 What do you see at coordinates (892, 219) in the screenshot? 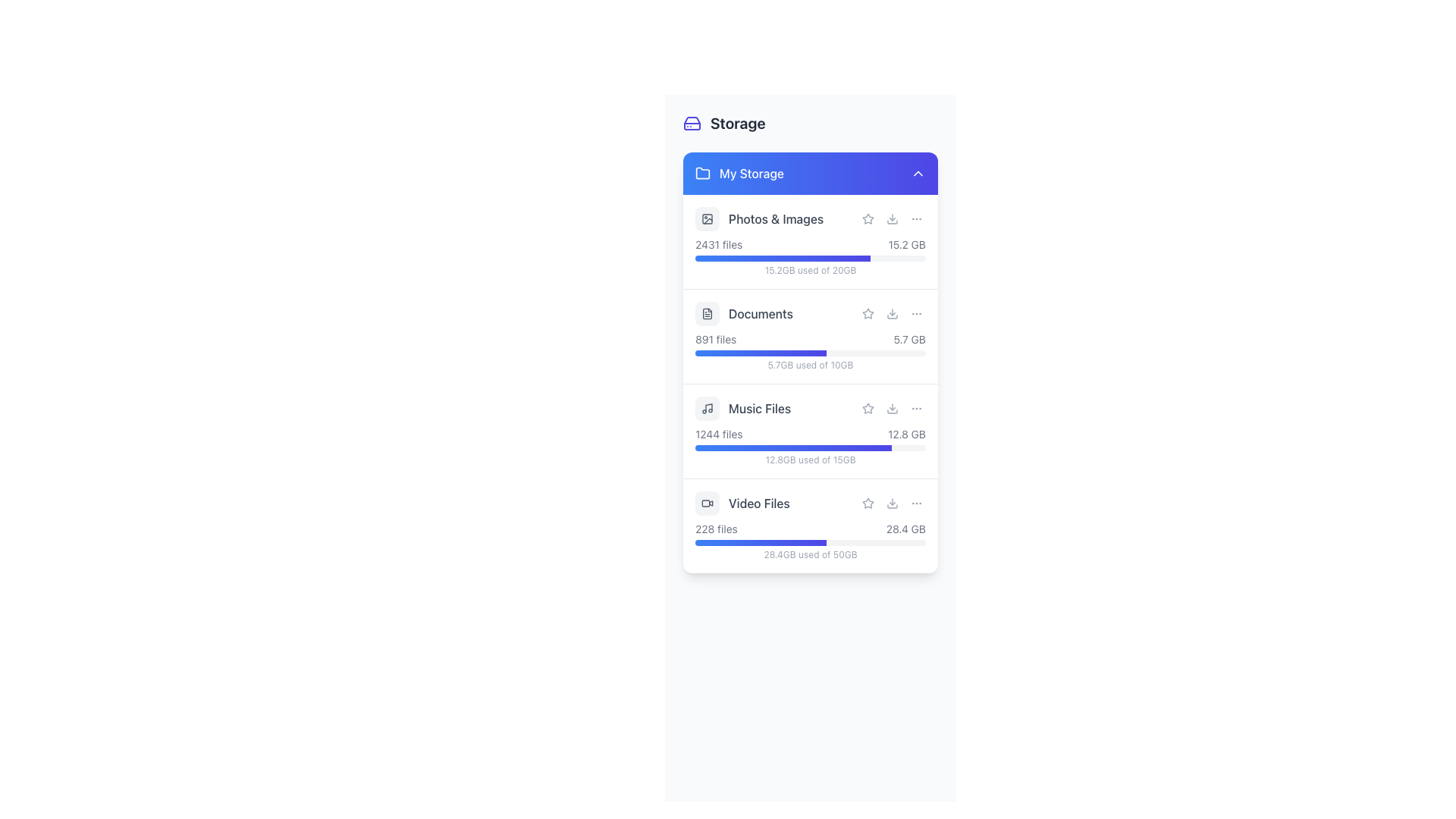
I see `the download icon button located to the right of the 'Photos & Images' section header` at bounding box center [892, 219].